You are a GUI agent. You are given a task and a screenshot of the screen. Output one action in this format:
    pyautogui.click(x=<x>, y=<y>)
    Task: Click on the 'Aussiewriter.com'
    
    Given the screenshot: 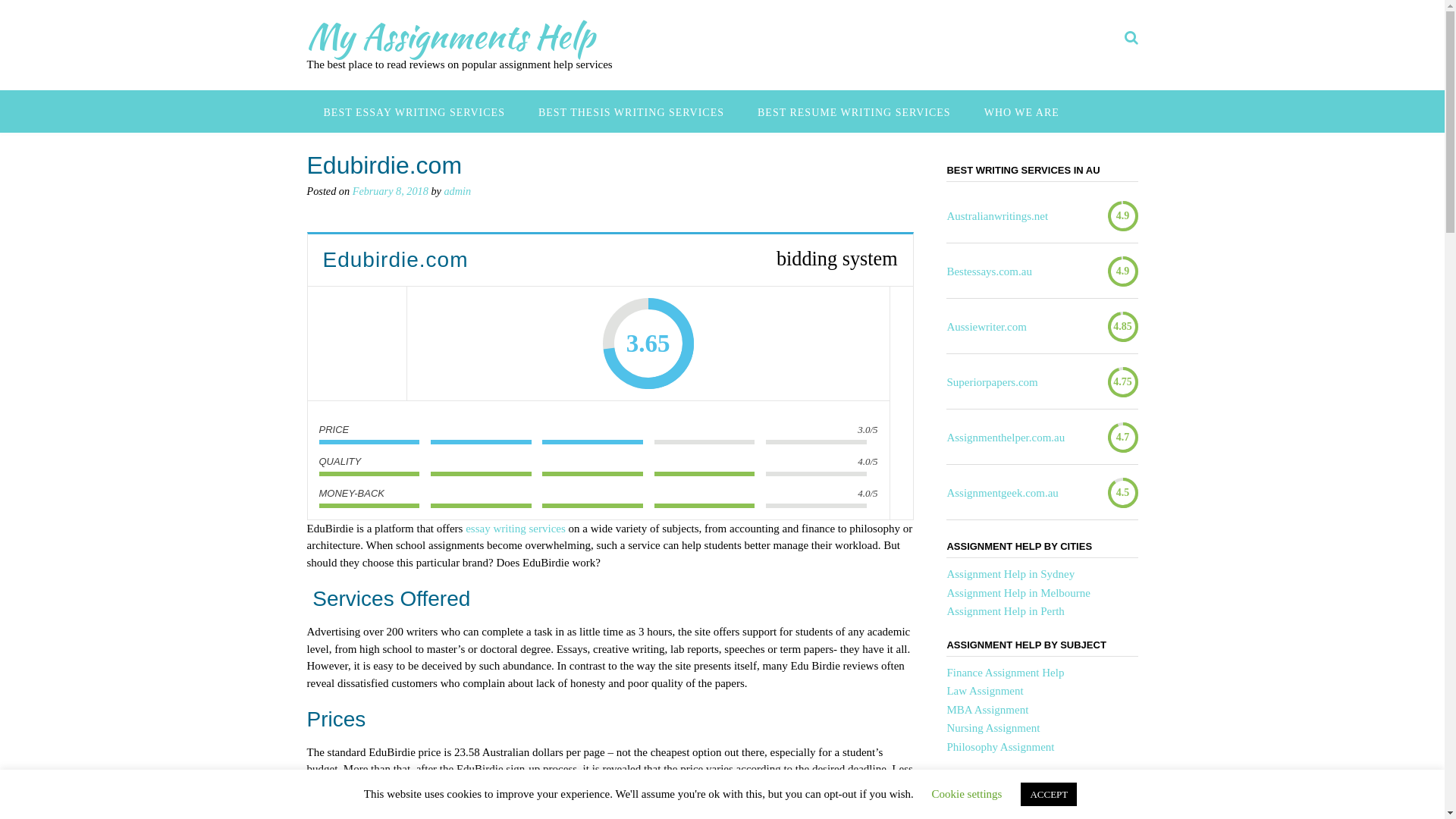 What is the action you would take?
    pyautogui.click(x=986, y=326)
    